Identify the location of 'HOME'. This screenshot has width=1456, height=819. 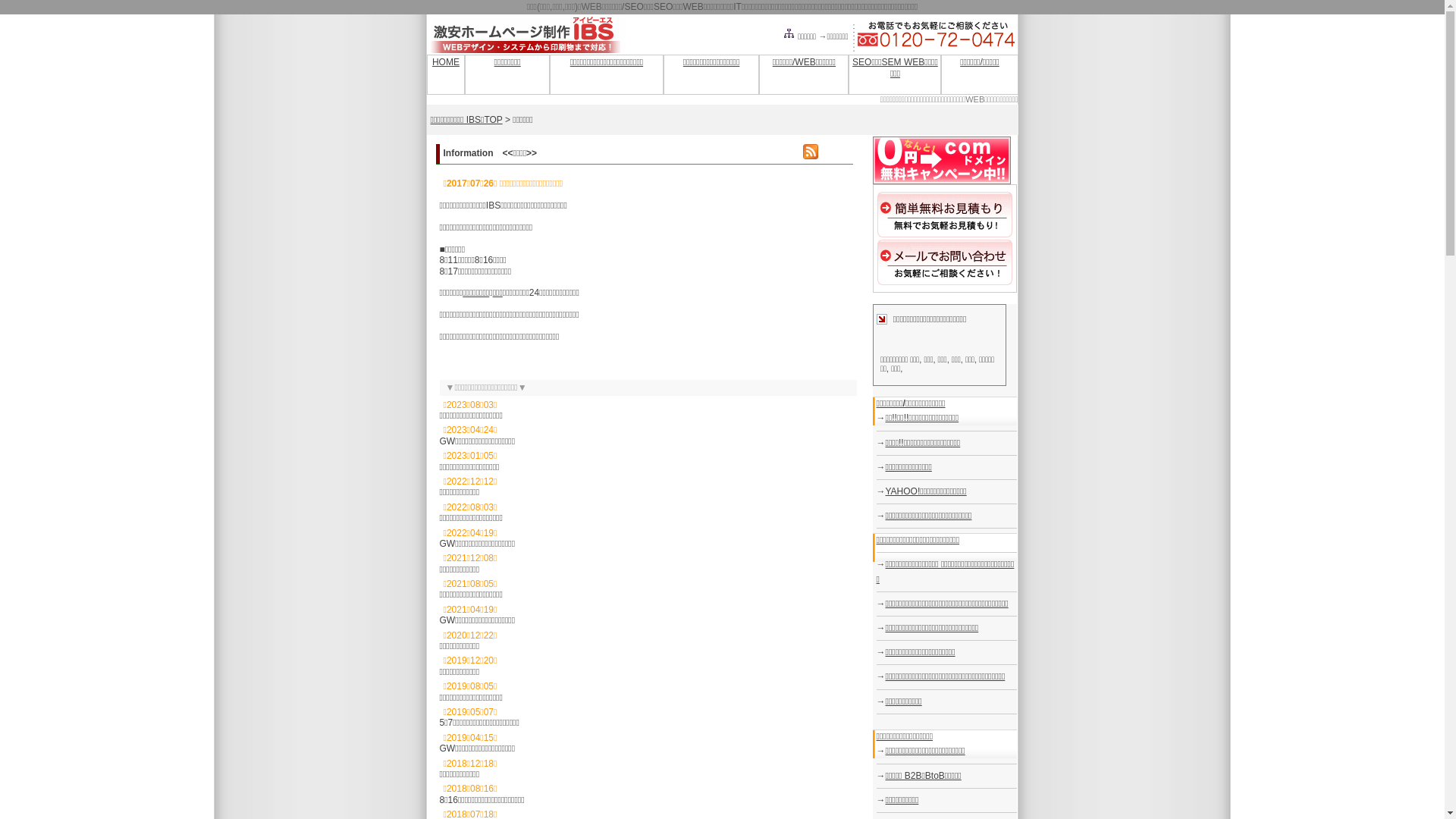
(445, 61).